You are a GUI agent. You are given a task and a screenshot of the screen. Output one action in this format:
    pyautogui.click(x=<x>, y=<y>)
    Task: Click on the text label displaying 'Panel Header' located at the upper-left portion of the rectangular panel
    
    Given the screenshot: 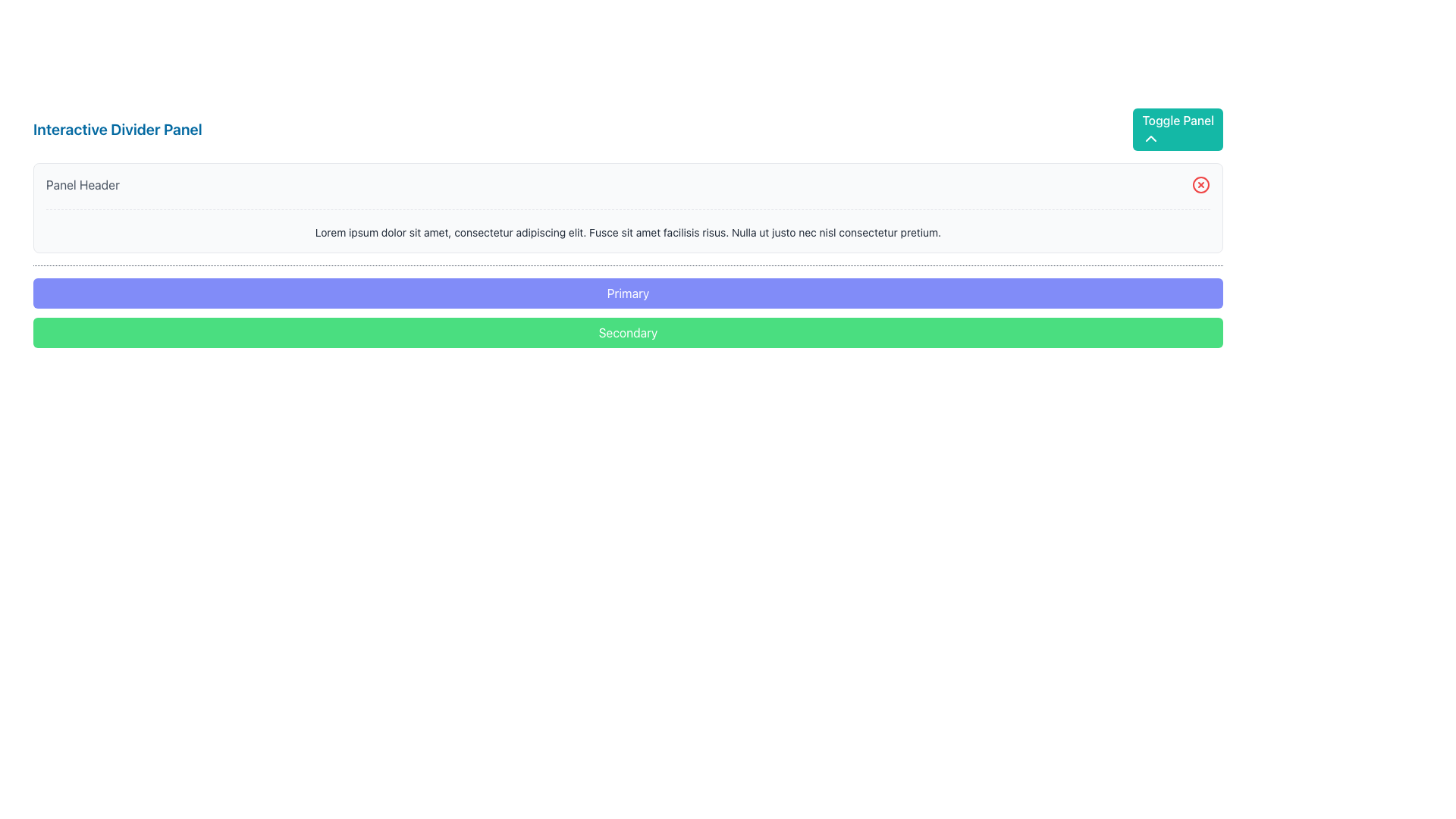 What is the action you would take?
    pyautogui.click(x=82, y=184)
    